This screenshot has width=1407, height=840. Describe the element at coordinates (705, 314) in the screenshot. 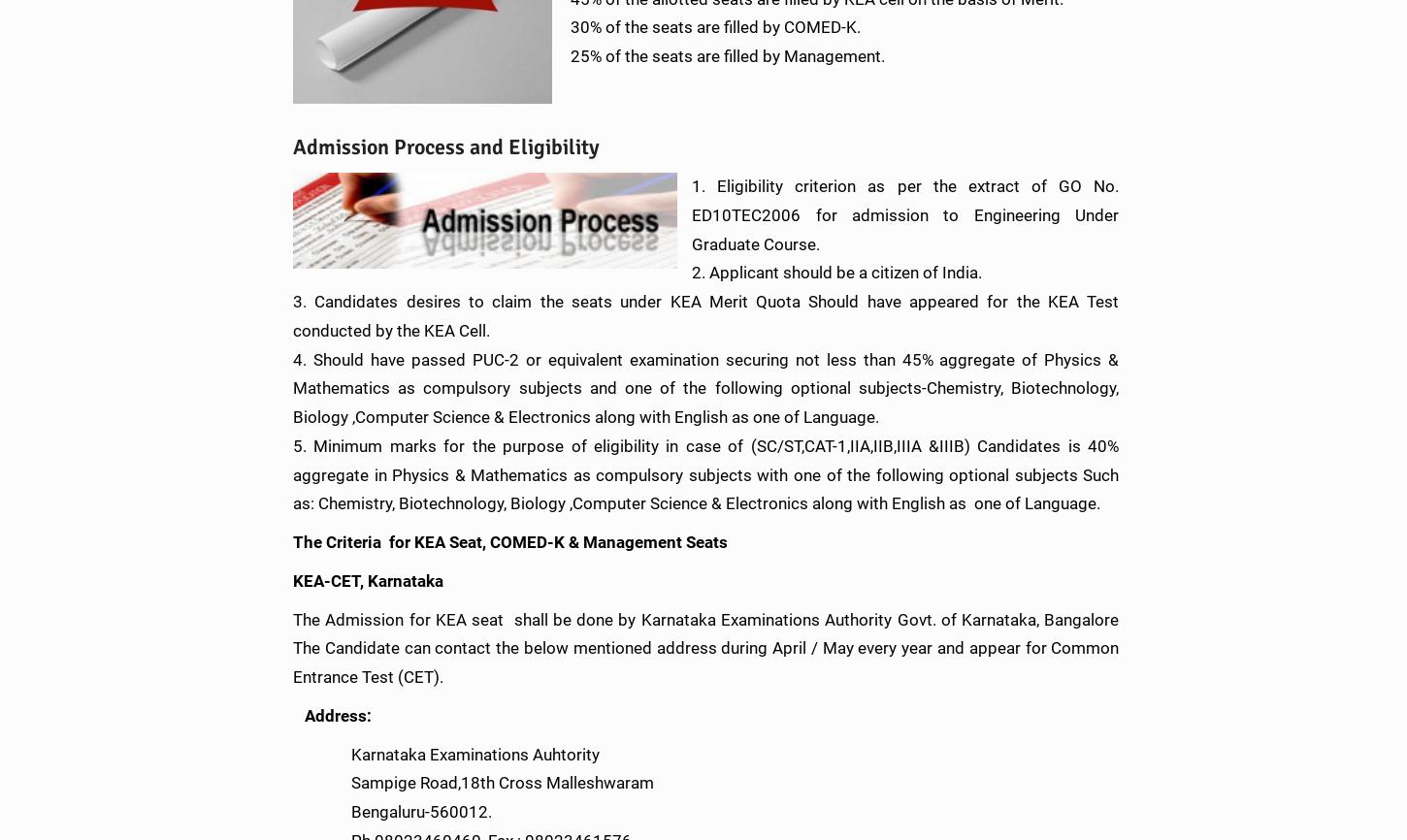

I see `'3. Candidates desires to claim the seats under KEA Merit Quota Should have appeared for the KEA Test conducted by the KEA Cell.'` at that location.